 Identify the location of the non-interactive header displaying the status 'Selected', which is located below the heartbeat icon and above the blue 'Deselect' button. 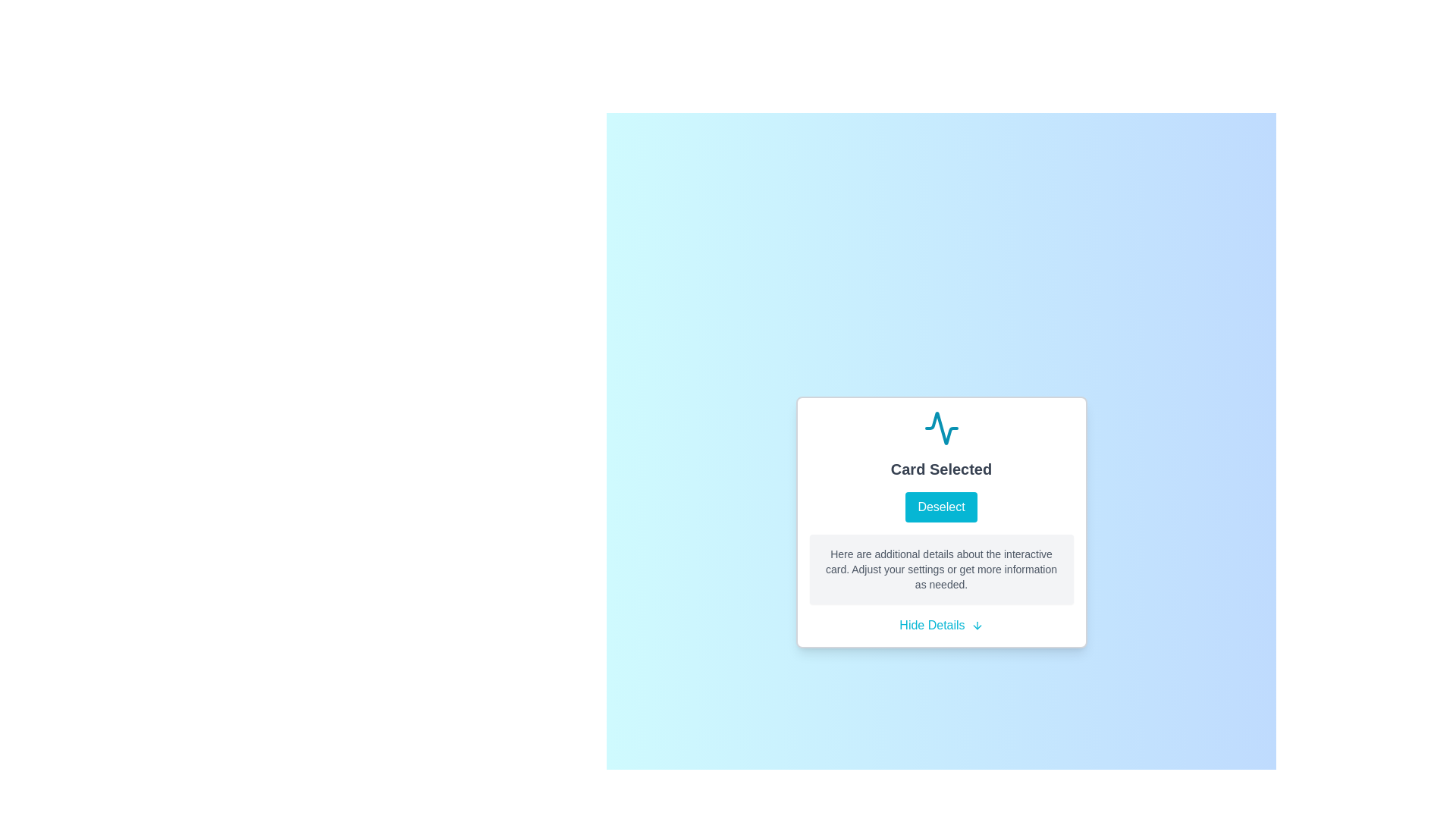
(940, 468).